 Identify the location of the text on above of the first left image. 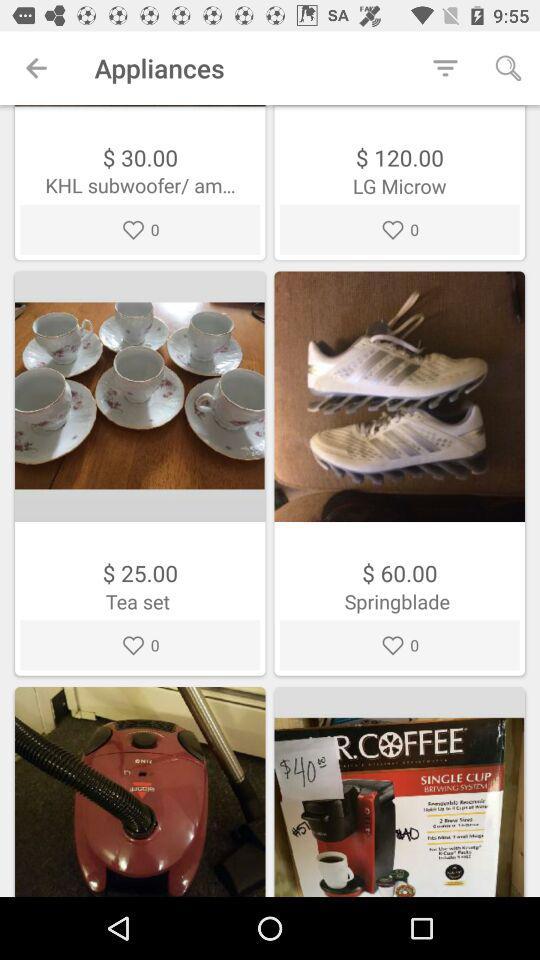
(139, 185).